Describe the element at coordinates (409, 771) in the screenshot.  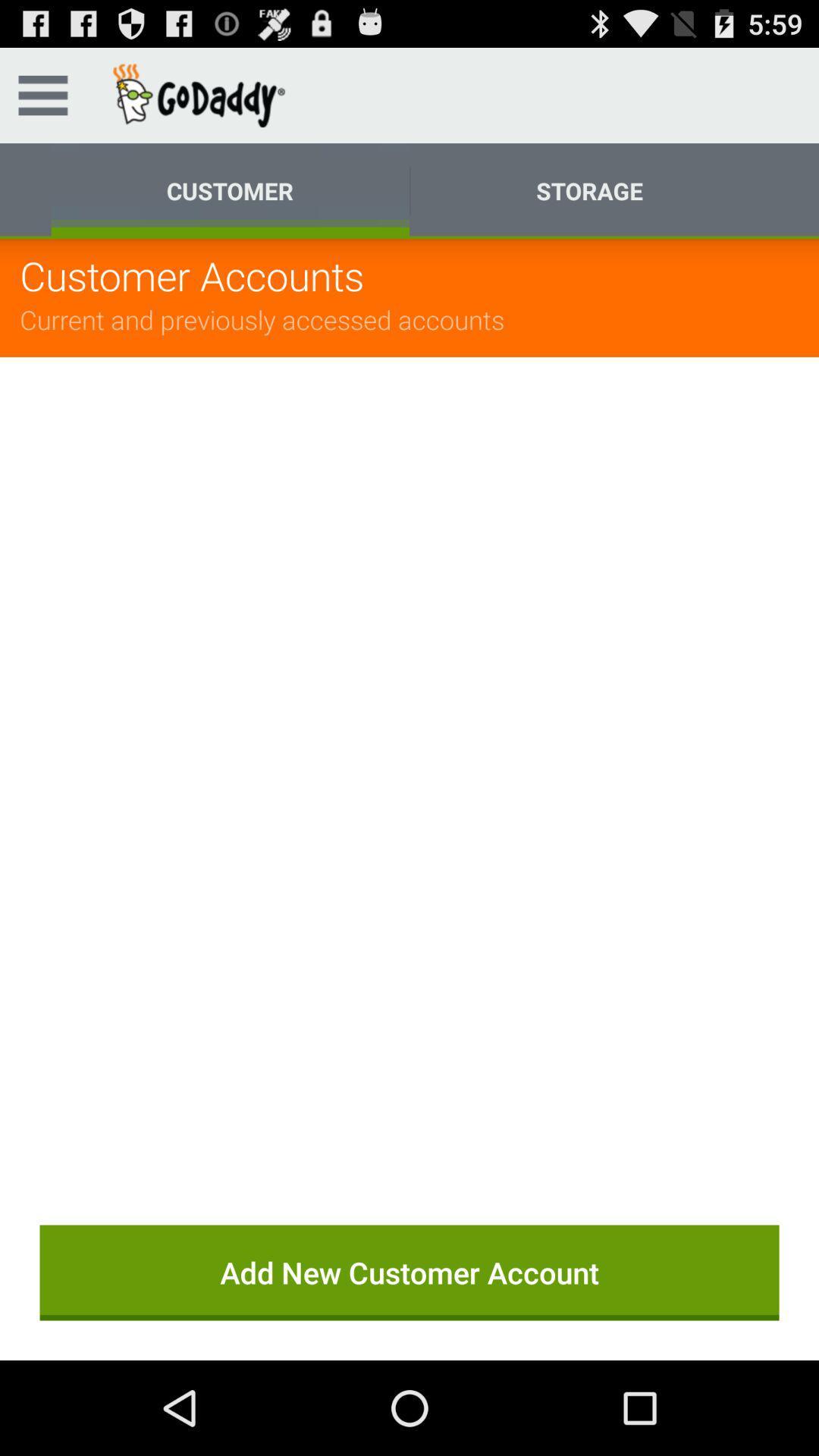
I see `the item above the add new customer` at that location.